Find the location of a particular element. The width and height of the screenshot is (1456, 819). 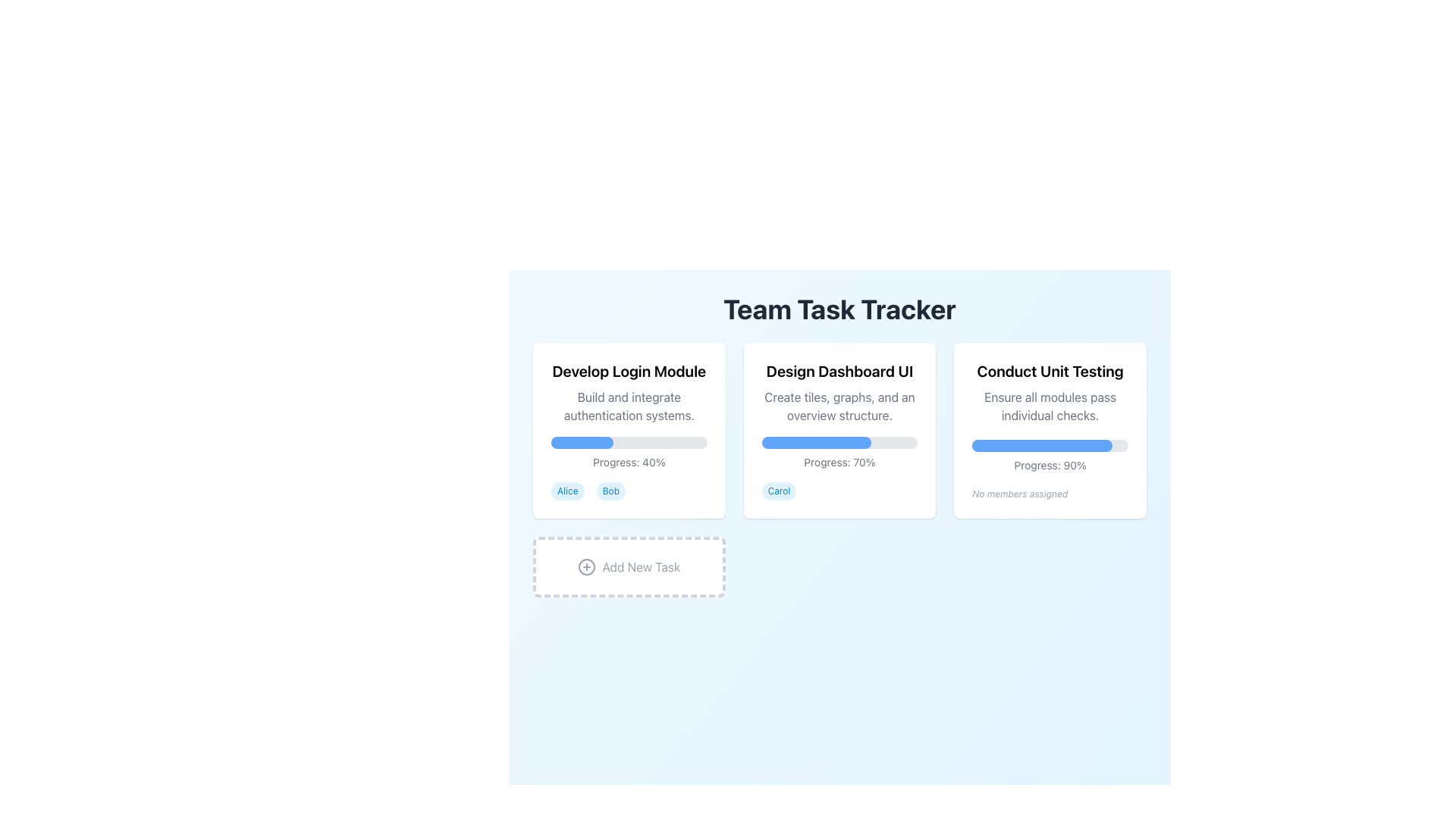

title text of the second card, which indicates the main subject or task represented by this card, positioned at the top of the card is located at coordinates (839, 371).